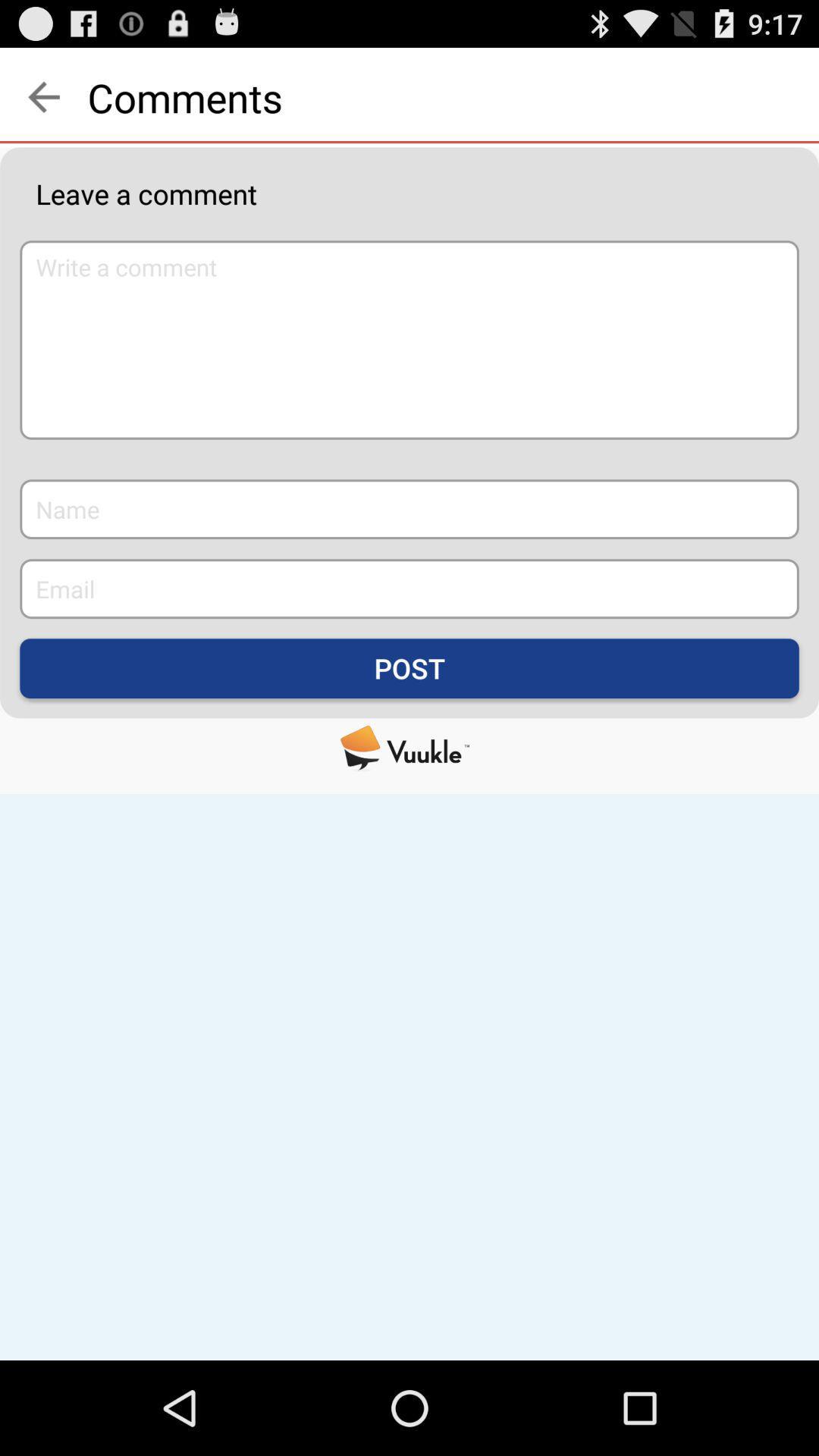  Describe the element at coordinates (409, 509) in the screenshot. I see `your name in this box` at that location.